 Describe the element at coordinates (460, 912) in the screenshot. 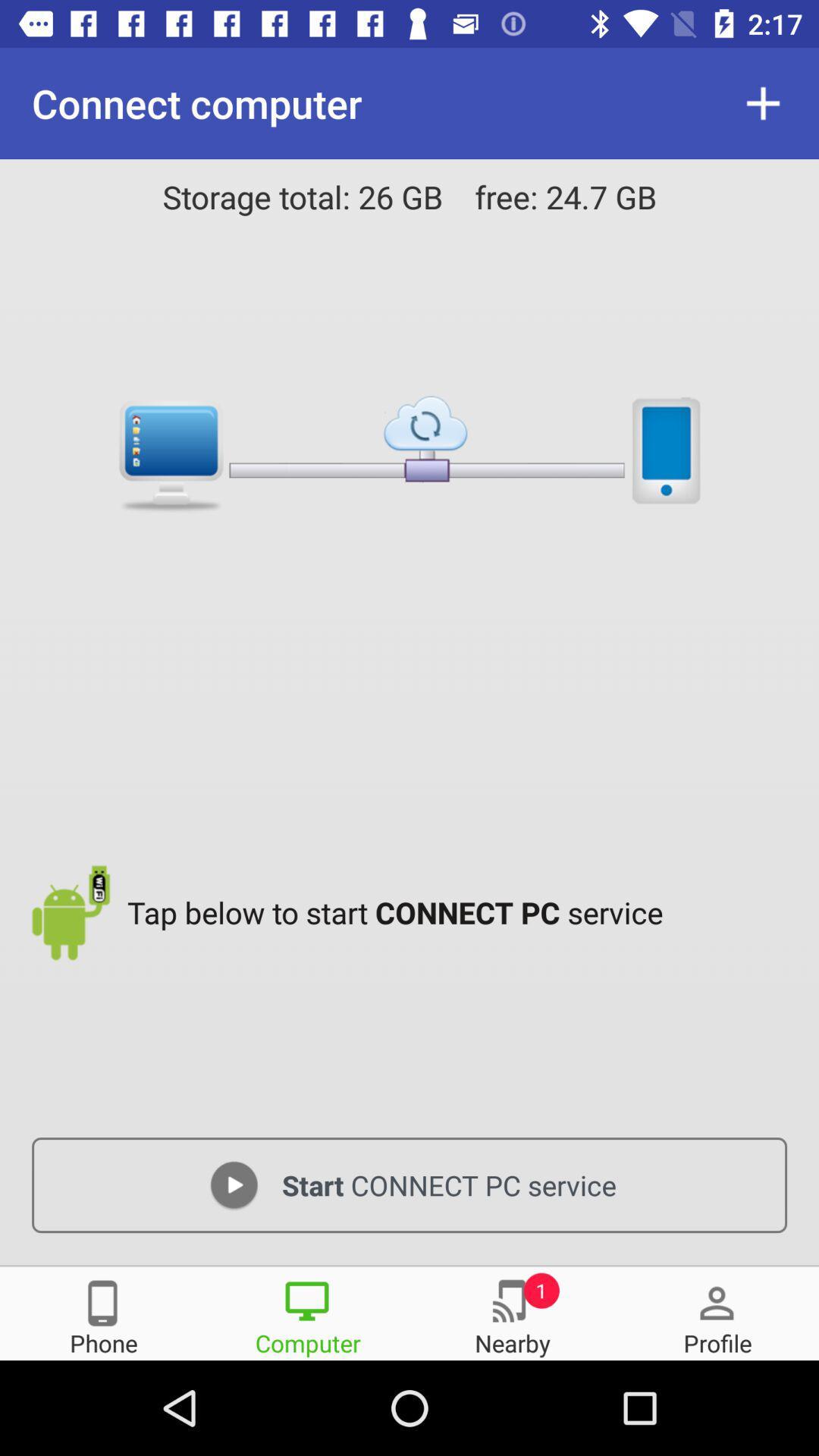

I see `the tap below to icon` at that location.